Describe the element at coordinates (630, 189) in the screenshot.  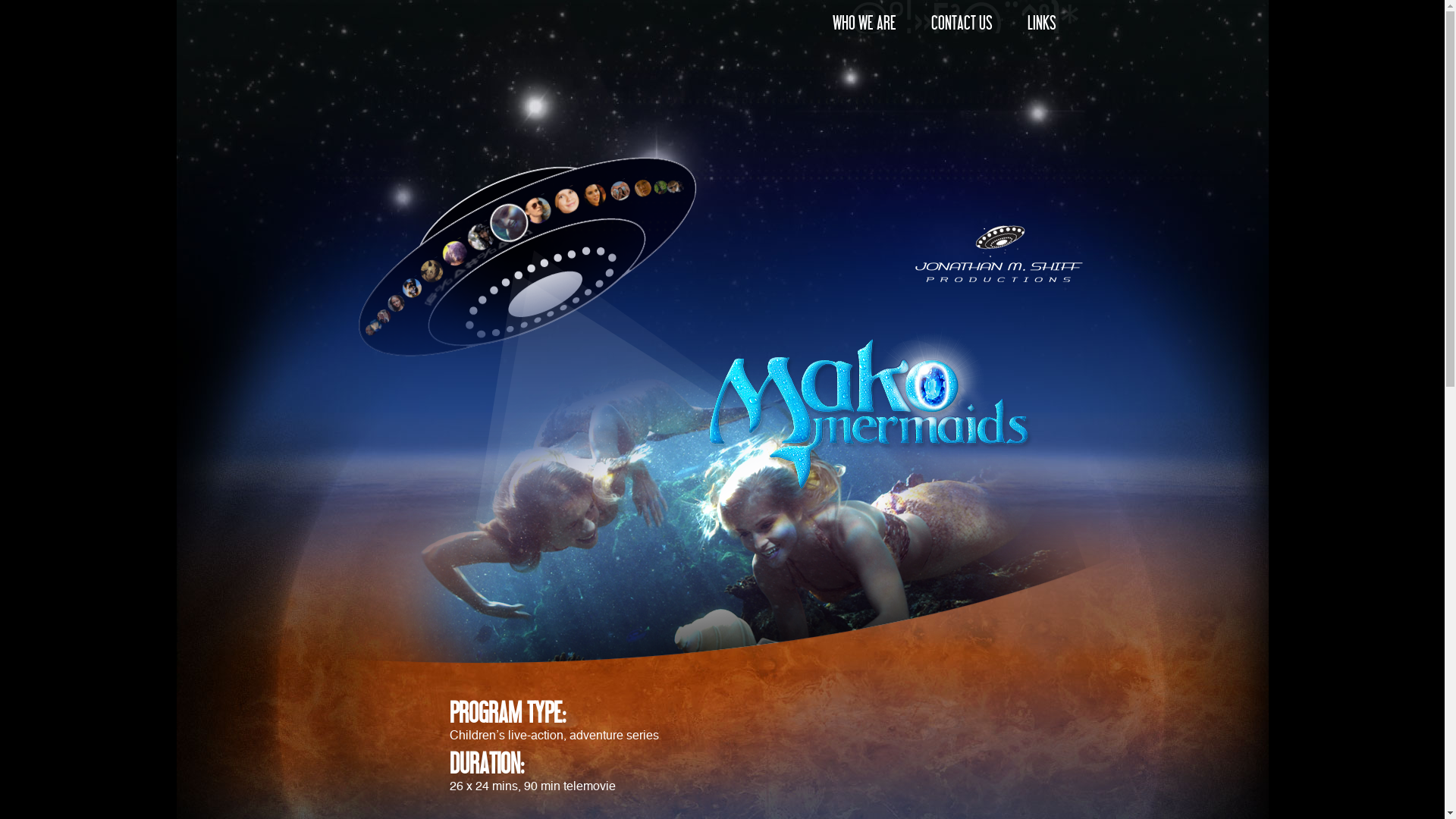
I see `'The Lost Treasure of Fiji'` at that location.